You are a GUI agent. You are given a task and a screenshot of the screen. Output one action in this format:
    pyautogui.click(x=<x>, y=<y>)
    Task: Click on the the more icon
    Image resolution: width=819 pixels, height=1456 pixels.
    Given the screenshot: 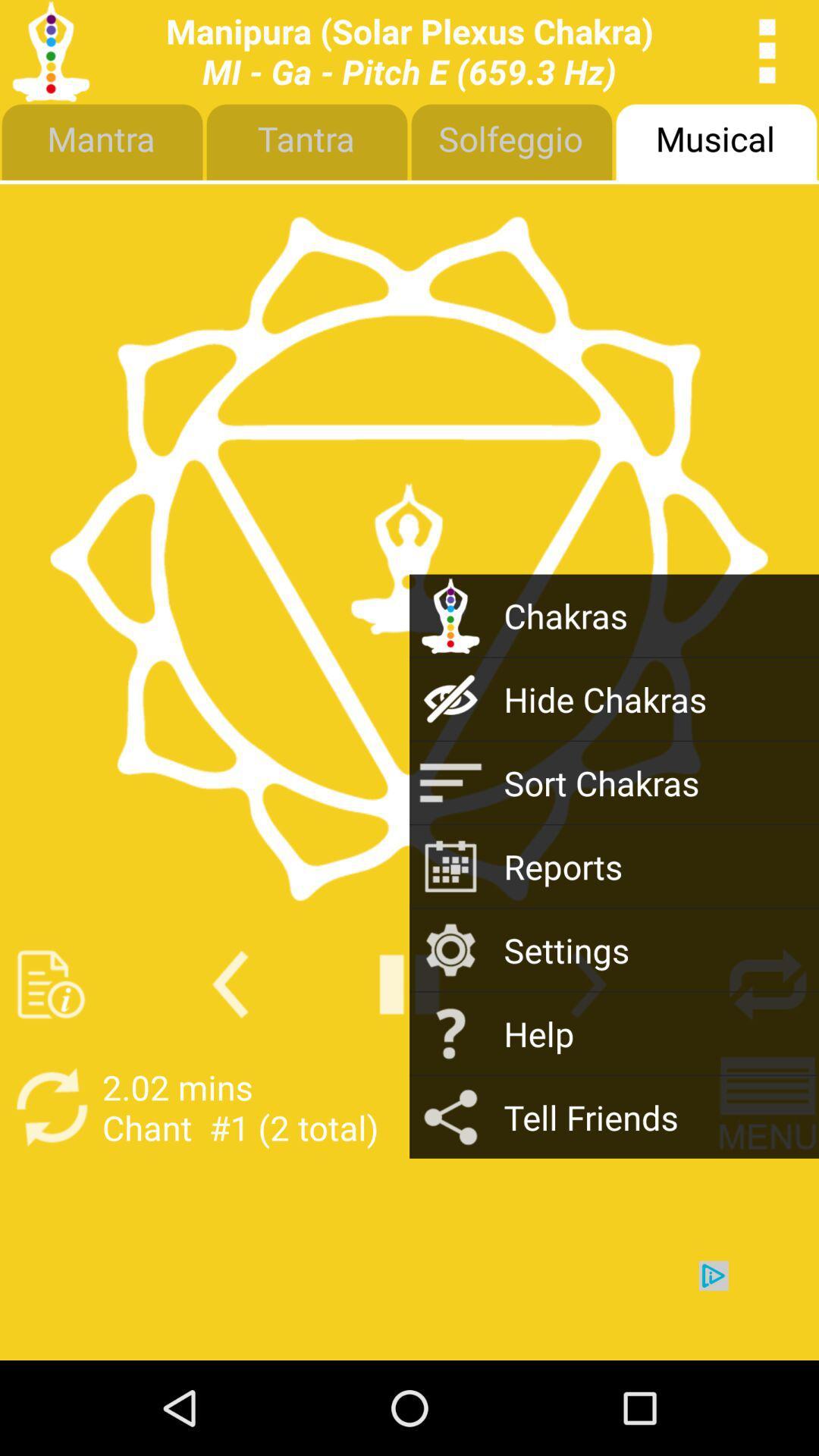 What is the action you would take?
    pyautogui.click(x=767, y=55)
    